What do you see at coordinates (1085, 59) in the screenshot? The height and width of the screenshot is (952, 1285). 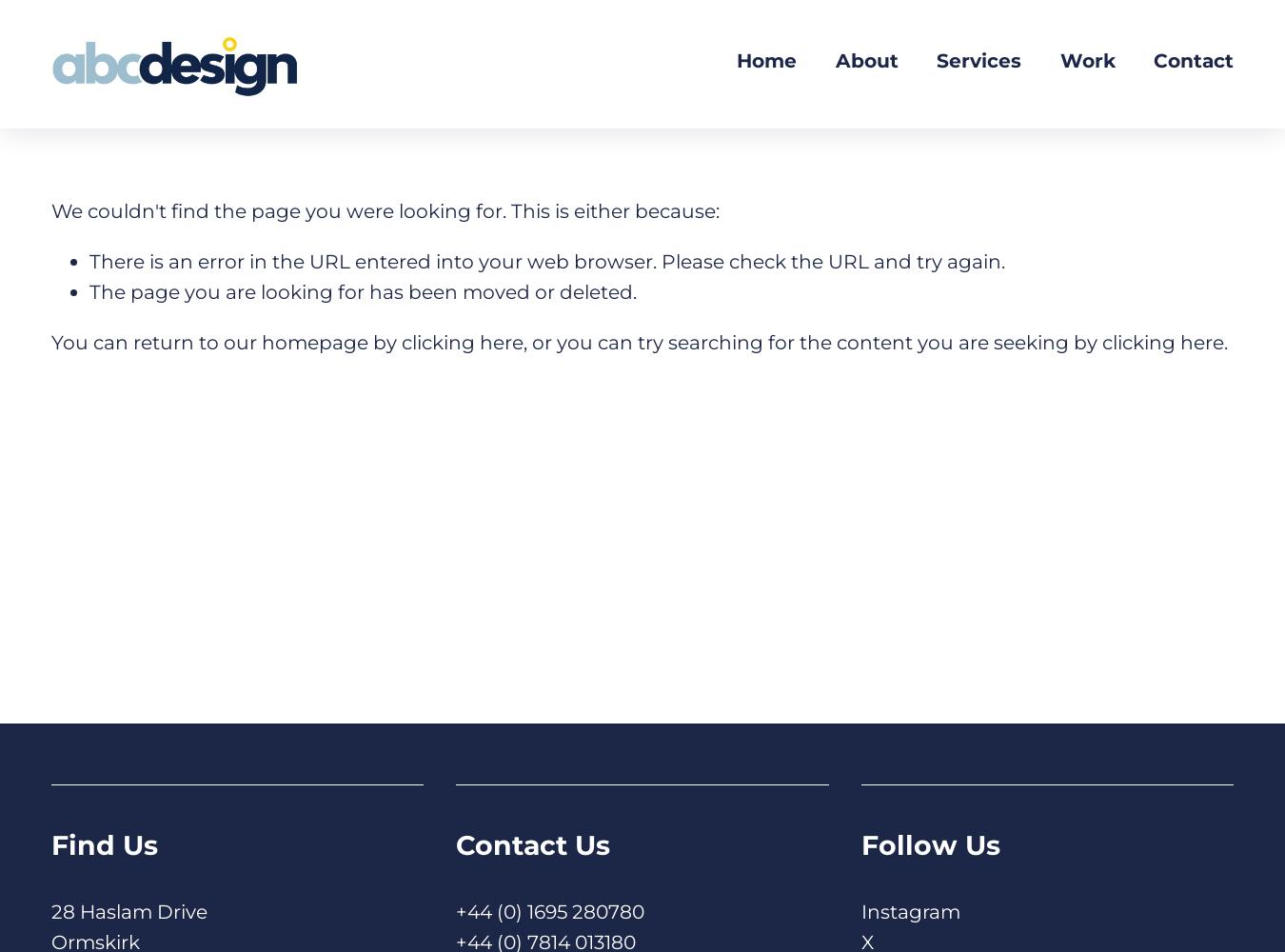 I see `'Work'` at bounding box center [1085, 59].